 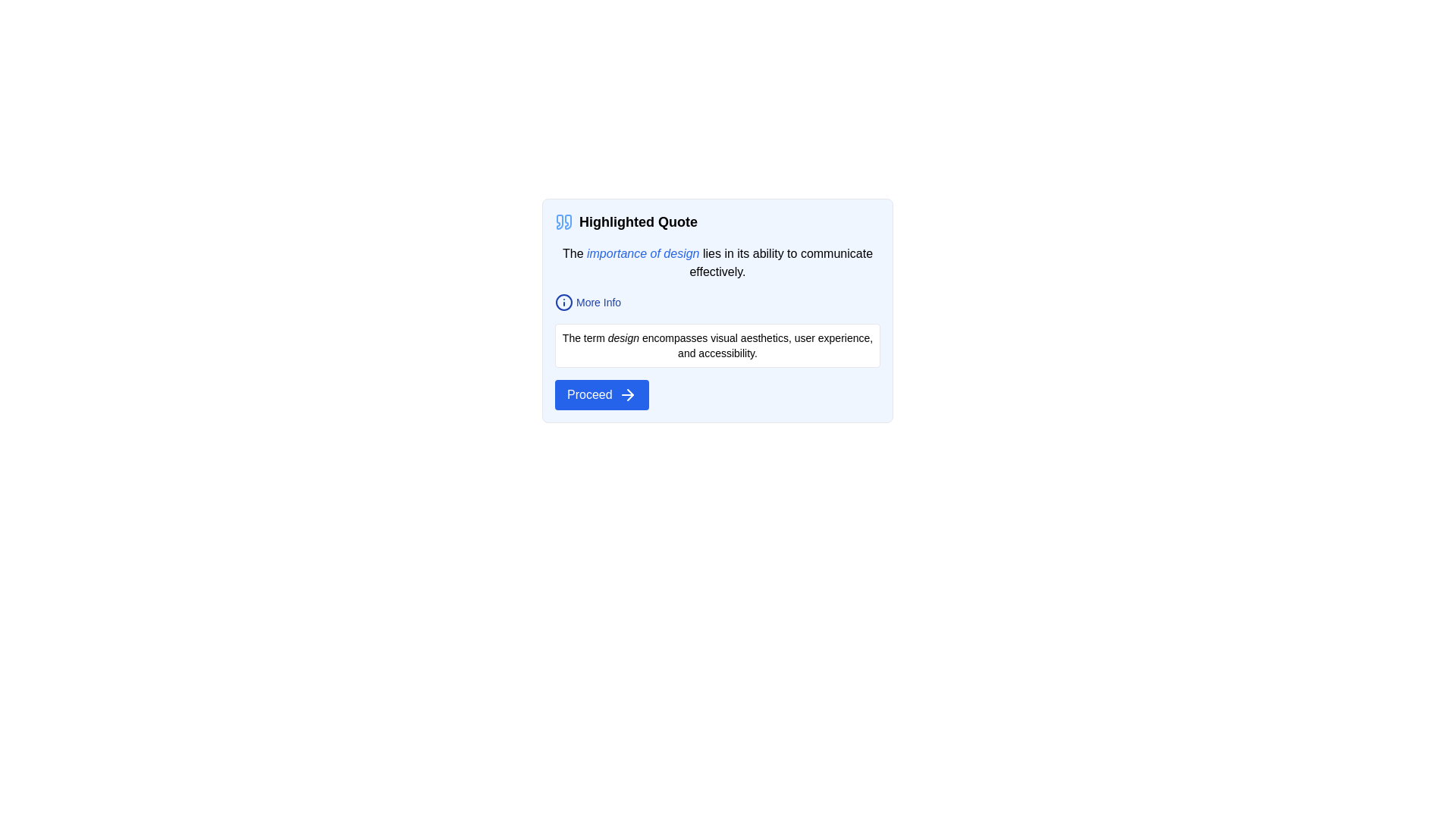 What do you see at coordinates (623, 337) in the screenshot?
I see `the word 'design' within the informational text that discusses visual aesthetics, user experience, and accessibility` at bounding box center [623, 337].